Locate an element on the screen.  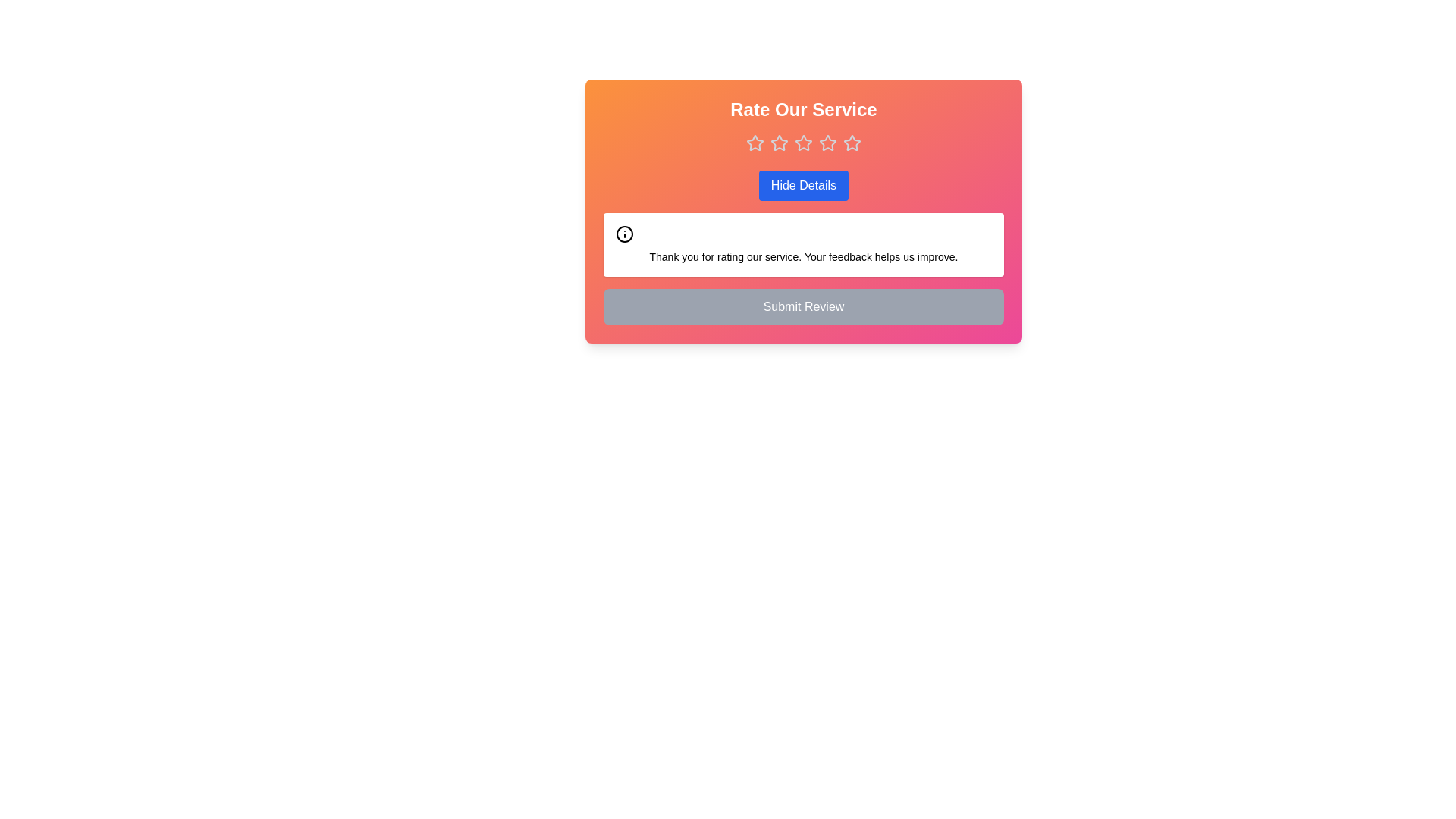
'Hide Details' button to toggle the visibility of additional details is located at coordinates (803, 185).